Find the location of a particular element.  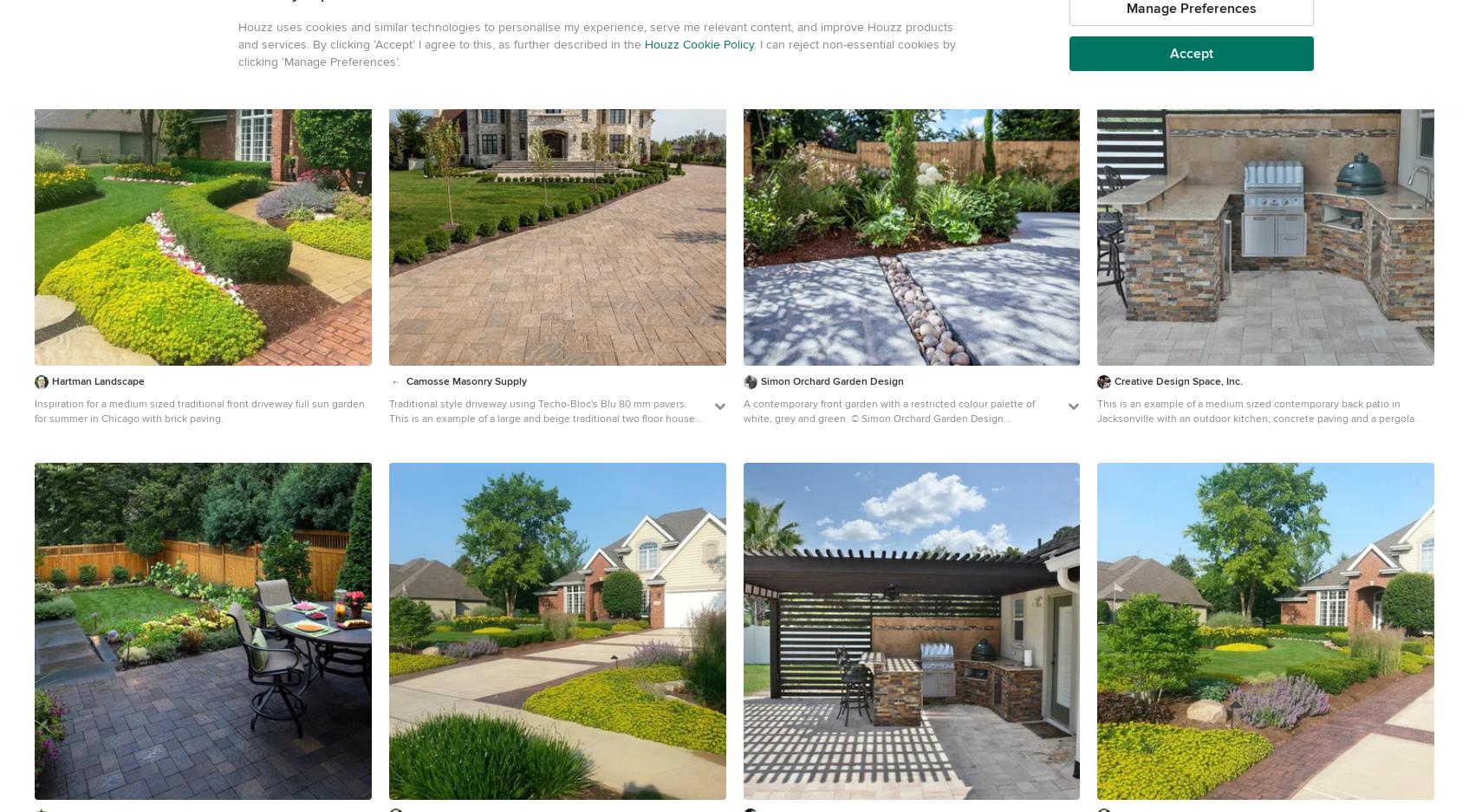

'Inspiration for a medium sized traditional front driveway full sun garden for summer in Chicago with brick paving.' is located at coordinates (198, 411).